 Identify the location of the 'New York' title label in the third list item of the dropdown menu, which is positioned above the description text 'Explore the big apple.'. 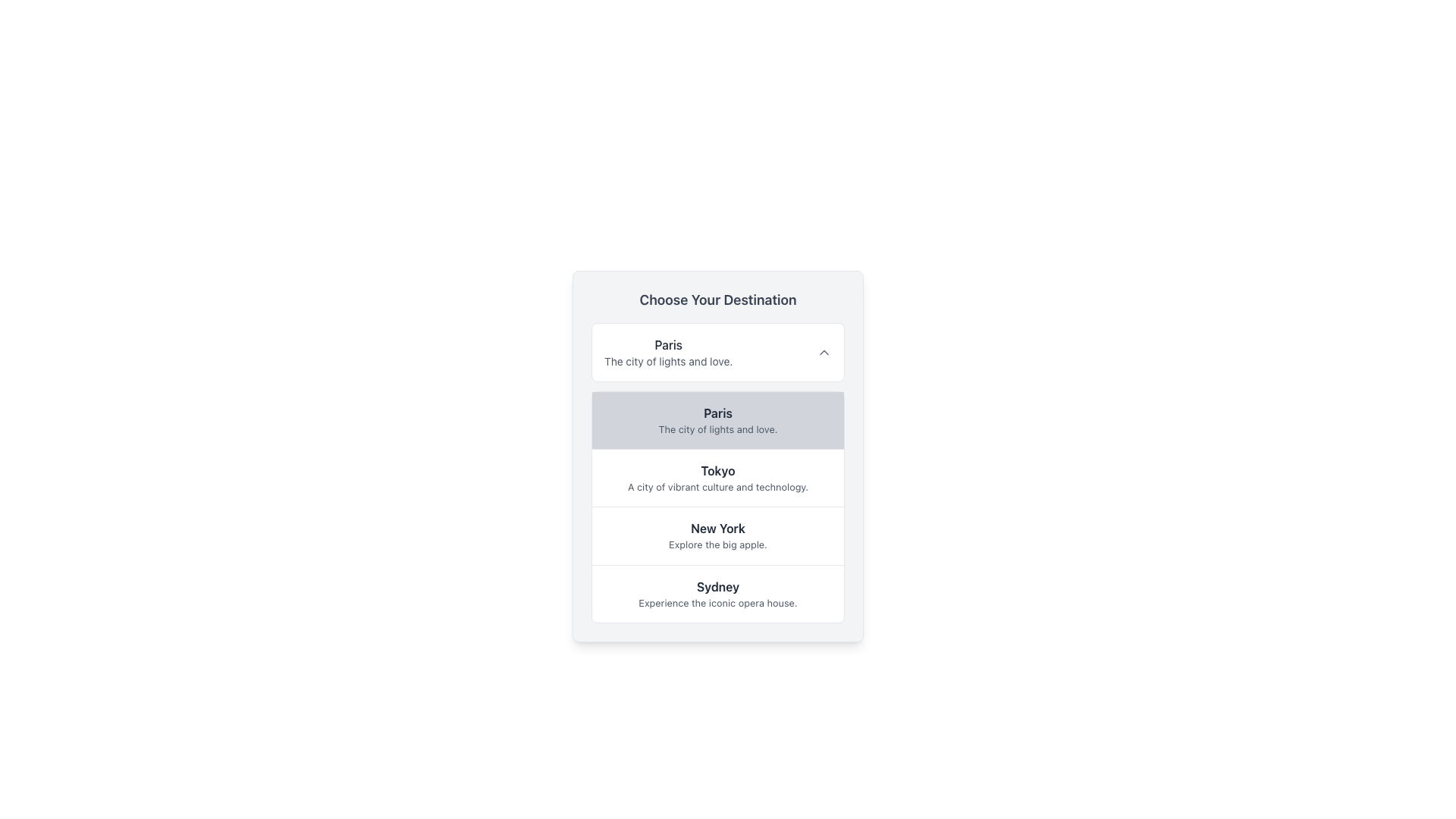
(717, 528).